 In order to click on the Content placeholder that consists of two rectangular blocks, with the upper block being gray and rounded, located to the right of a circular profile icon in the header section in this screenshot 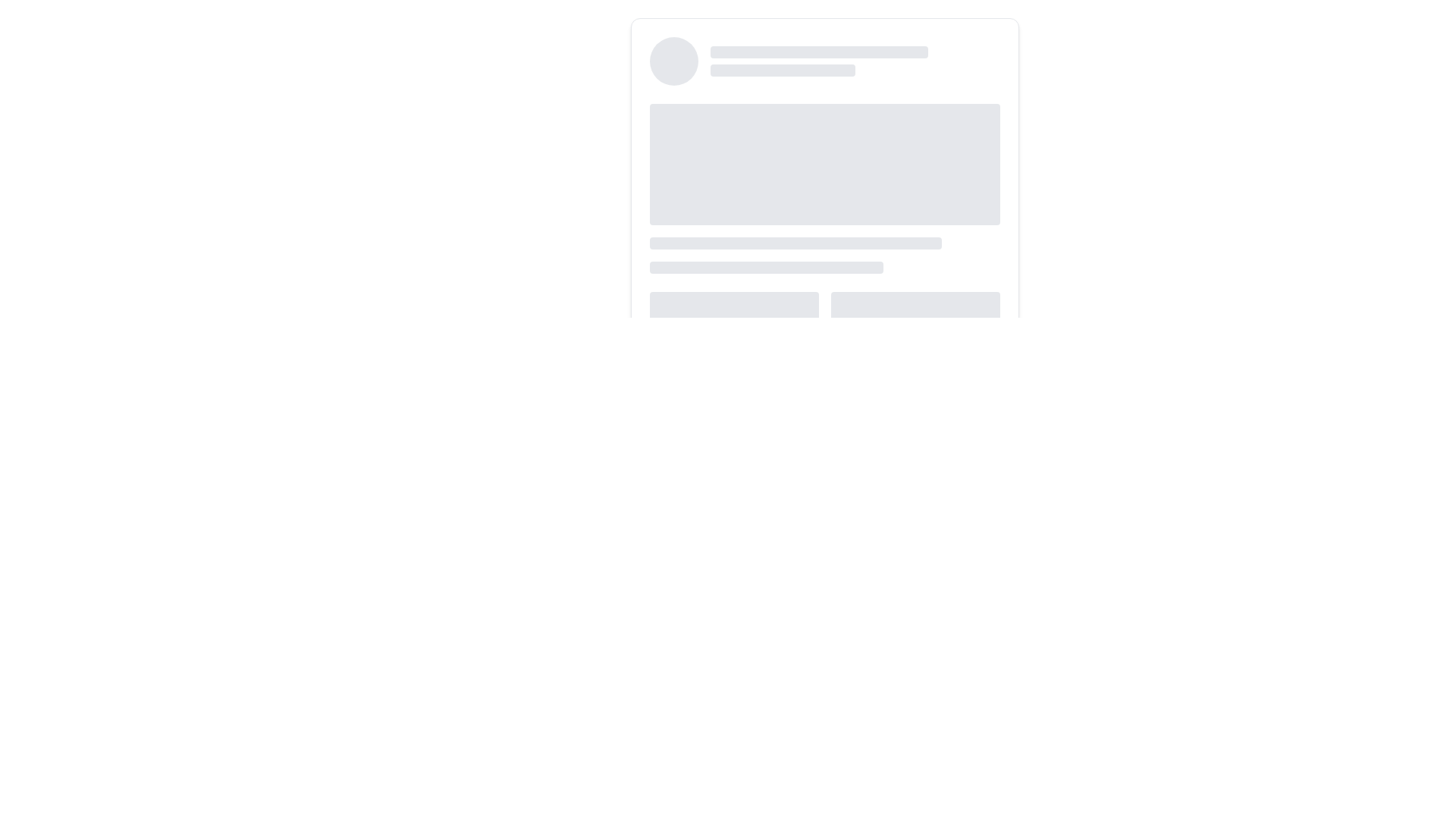, I will do `click(855, 61)`.